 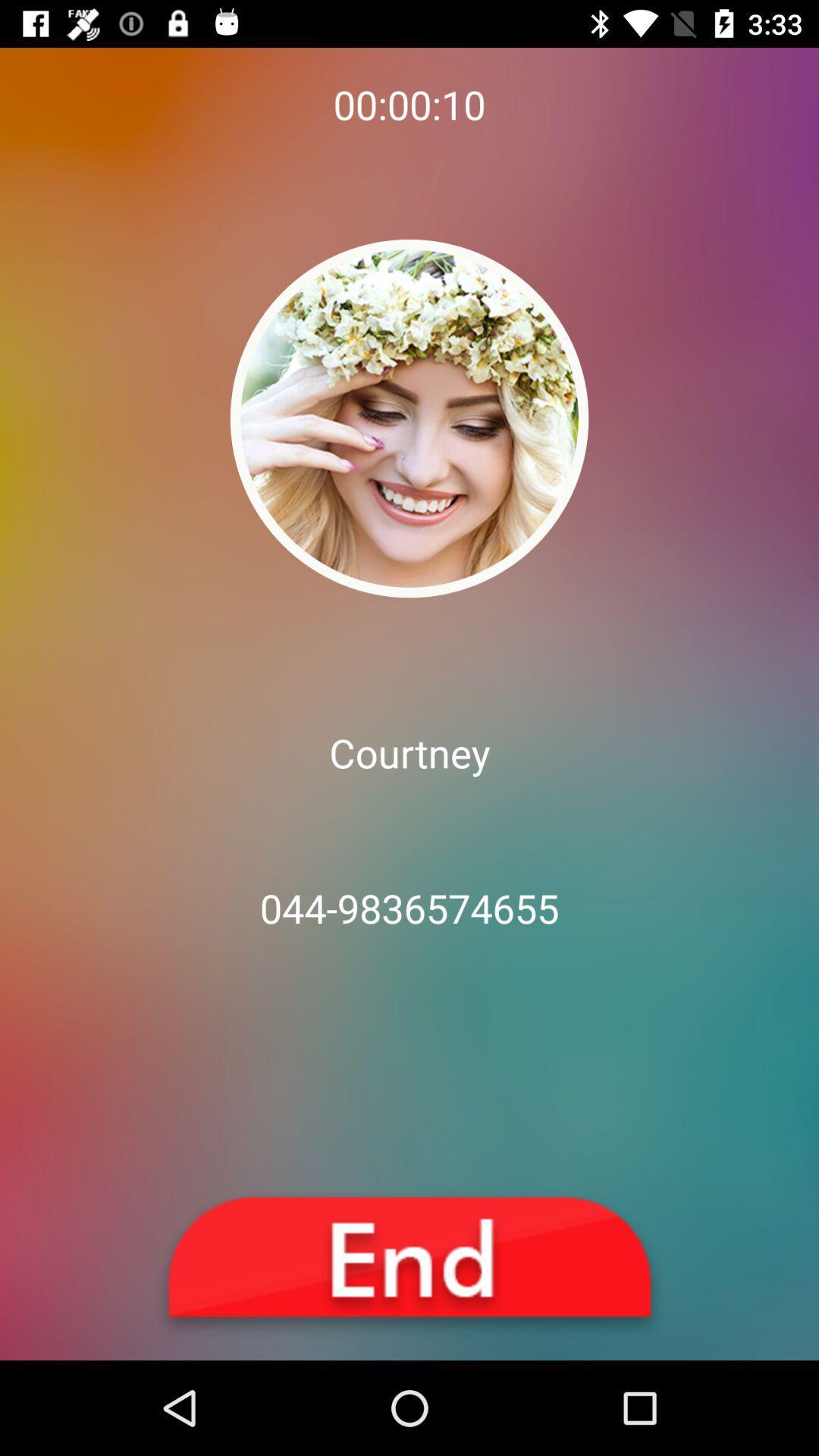 I want to click on end it, so click(x=409, y=1264).